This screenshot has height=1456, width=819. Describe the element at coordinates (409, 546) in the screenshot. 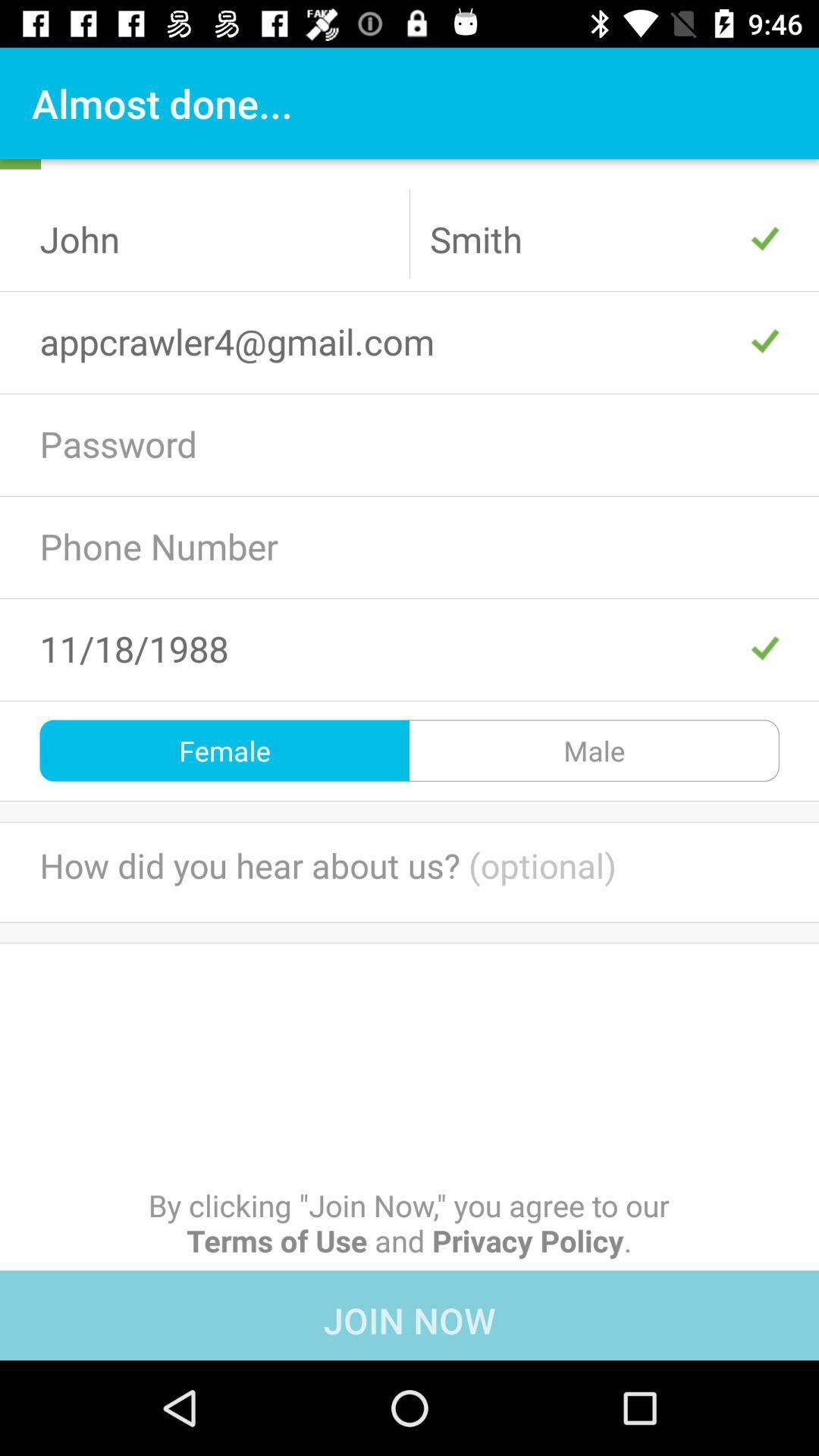

I see `the text box which says phone number` at that location.